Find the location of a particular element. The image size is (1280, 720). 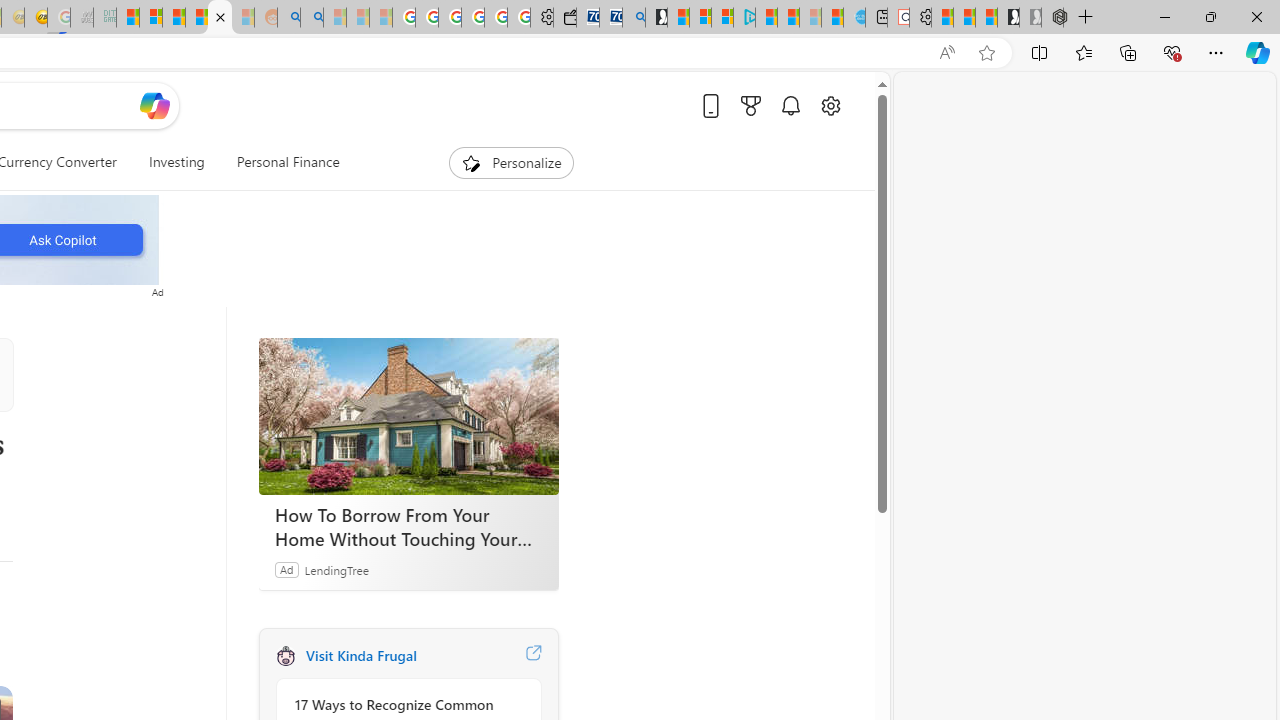

'Utah sues federal government - Search' is located at coordinates (310, 17).